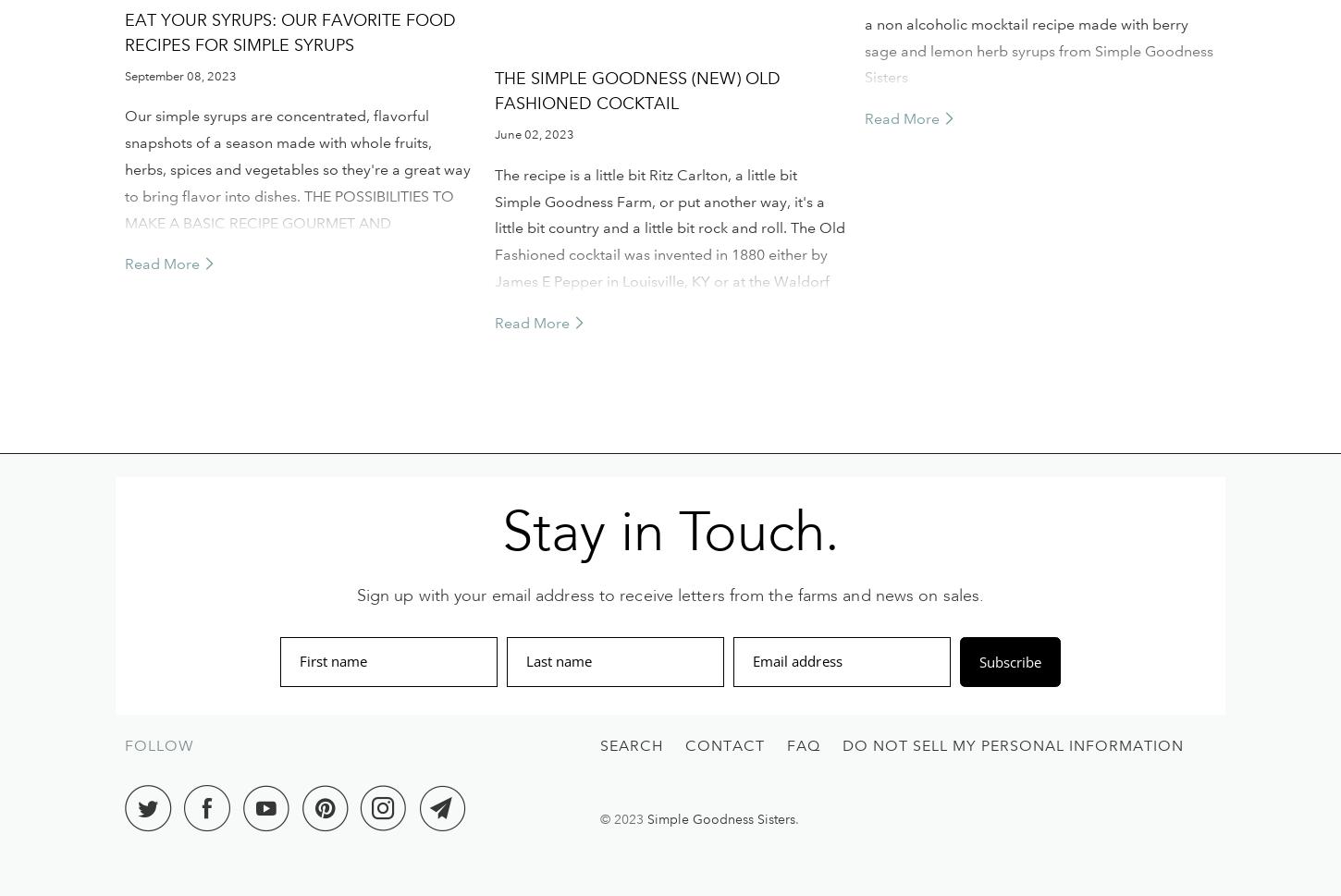  I want to click on 'Our simple syrups are concentrated, flavorful snapshots of a season made with whole fruits, herbs, spices and vegetables so they're a great way to bring flavor into dishes. THE POSSIBILITIES TO MAKE A BASIC RECIPE GOURMET AND SEASONALLY INFLUENCED IS ENDLESS WITH SYRUPS, THAT'S WHY THEY HAVE BEEN MADE AS PRESERVES IN THE HOMESTEAD FOR AGES', so click(298, 208).